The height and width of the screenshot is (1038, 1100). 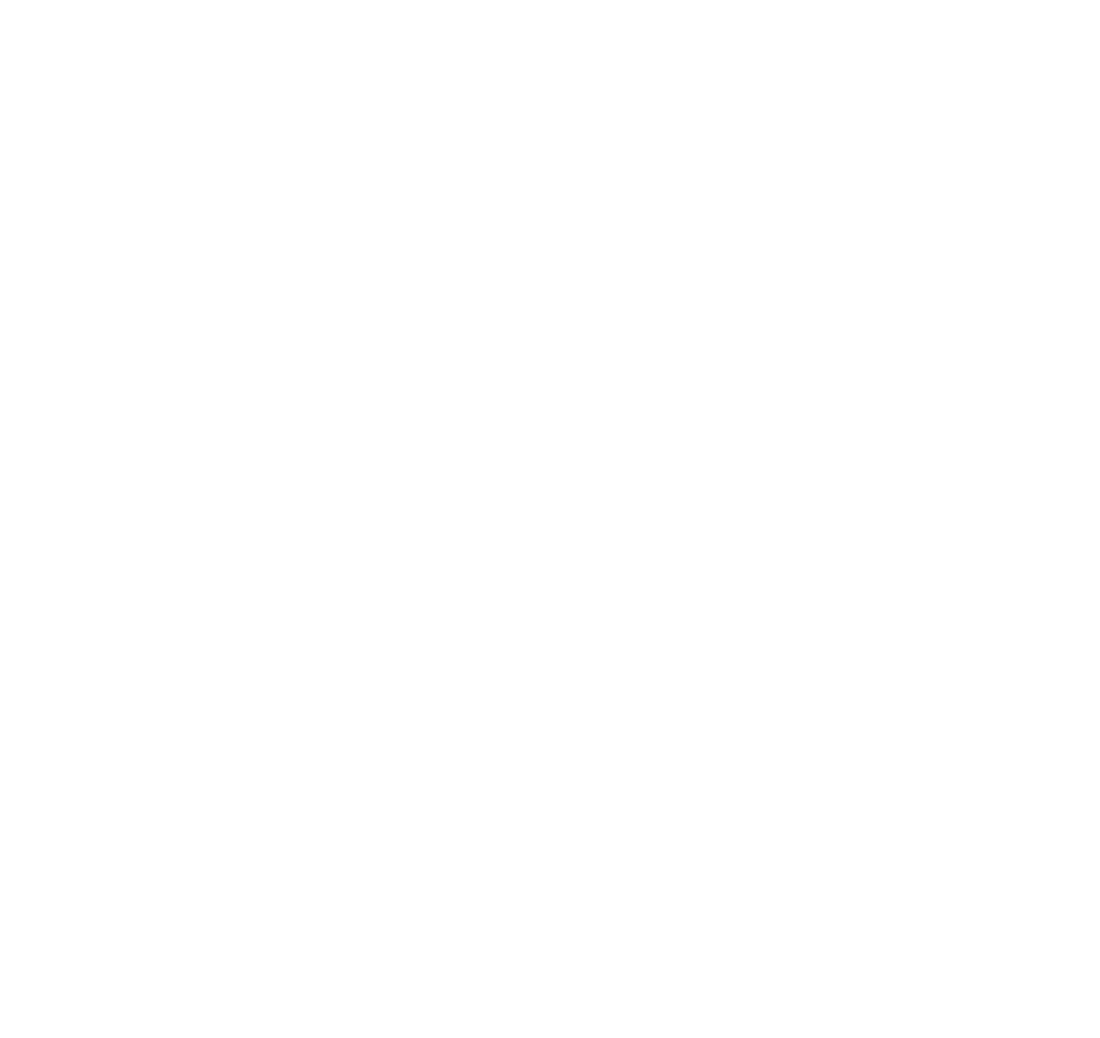 I want to click on 'The right to restrict processing – You have the right to request that IOPSYS restrict the processing of your personal data, under certain conditions.', so click(x=102, y=221).